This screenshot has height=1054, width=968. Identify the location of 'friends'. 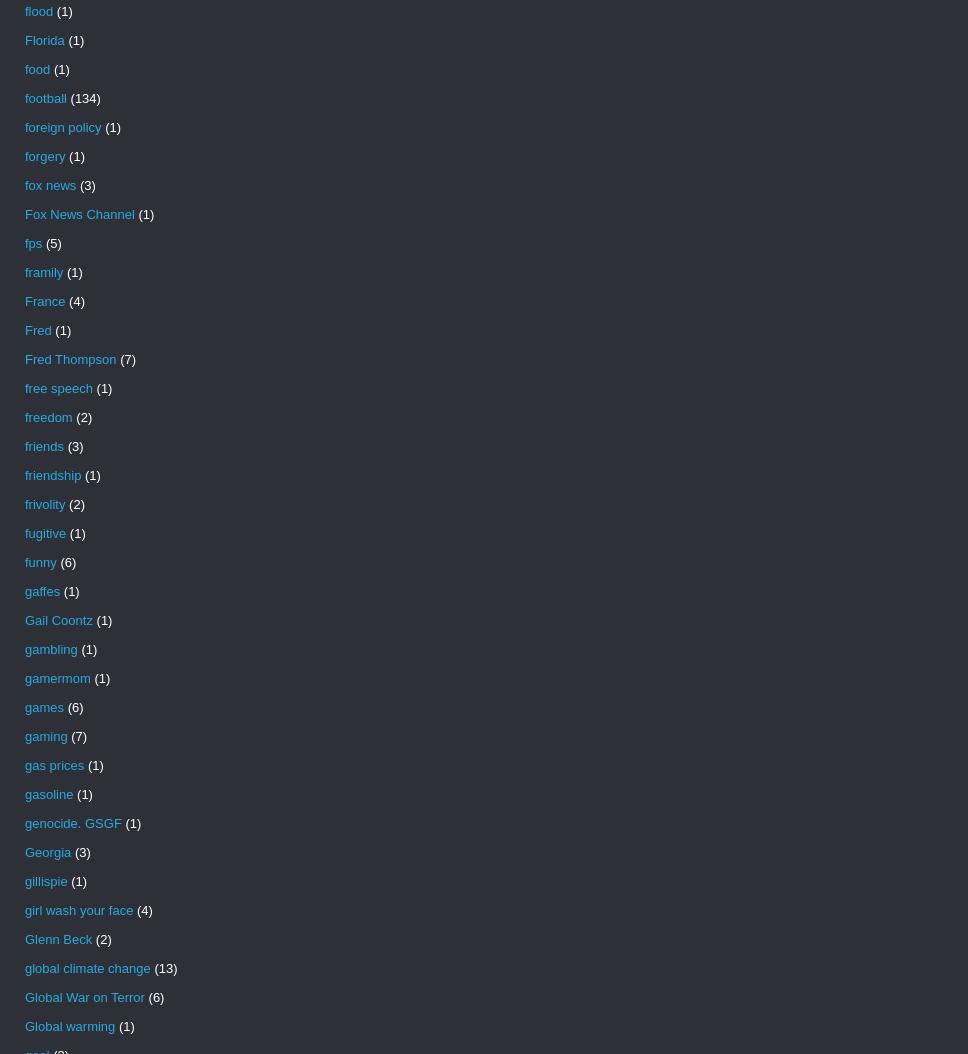
(43, 446).